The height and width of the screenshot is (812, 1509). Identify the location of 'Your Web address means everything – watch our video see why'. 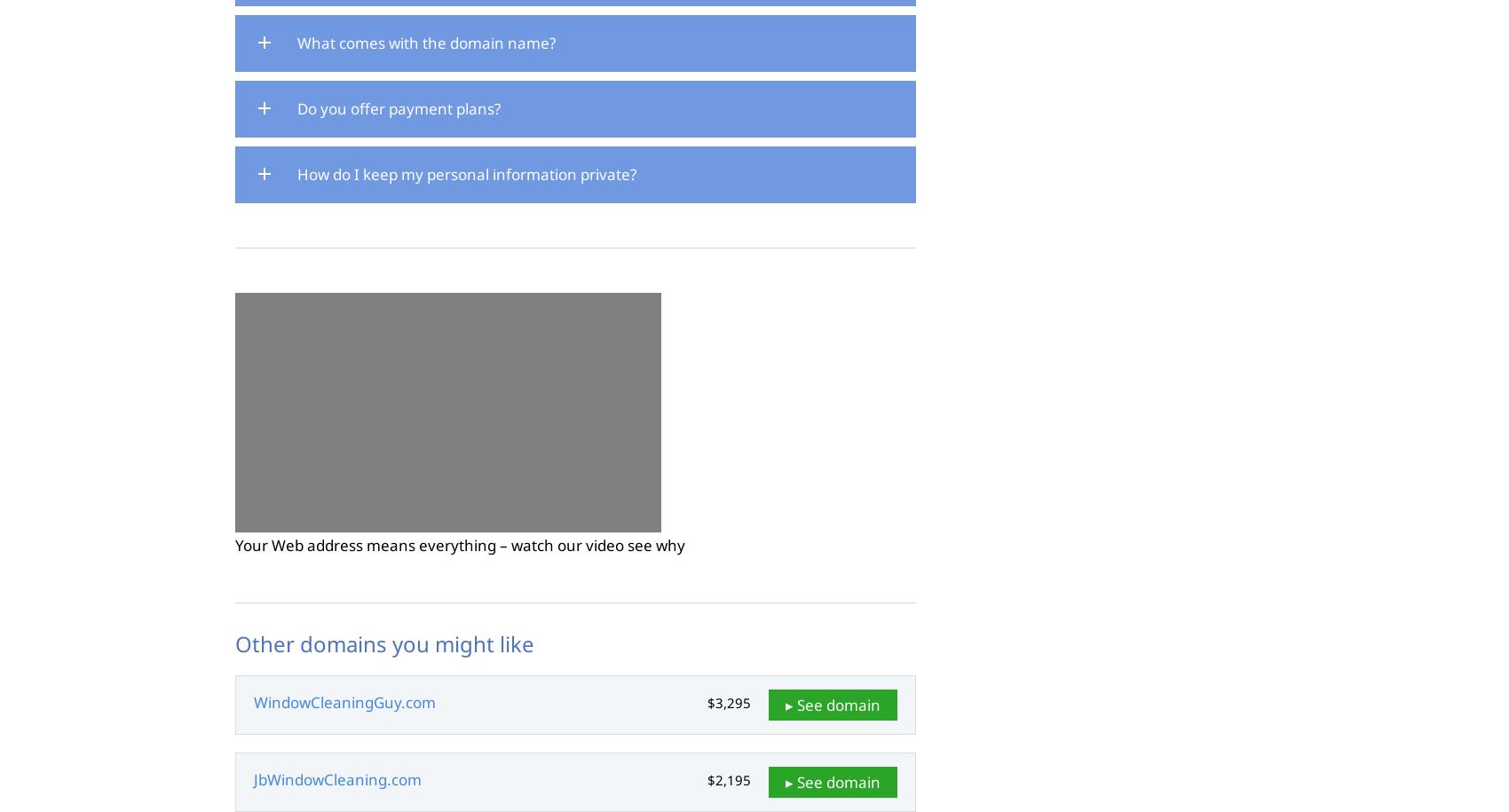
(460, 544).